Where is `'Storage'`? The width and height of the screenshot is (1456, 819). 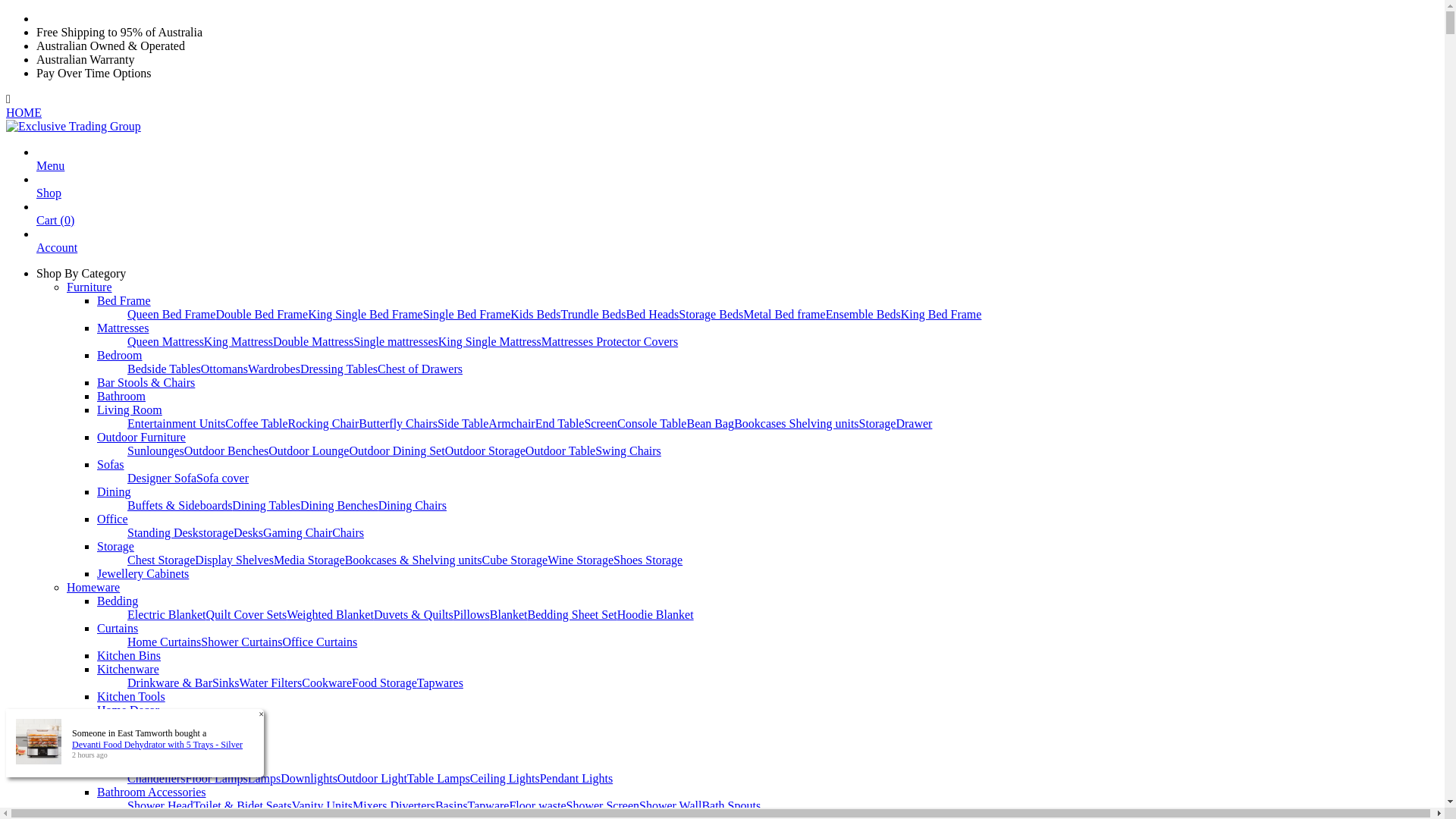 'Storage' is located at coordinates (115, 546).